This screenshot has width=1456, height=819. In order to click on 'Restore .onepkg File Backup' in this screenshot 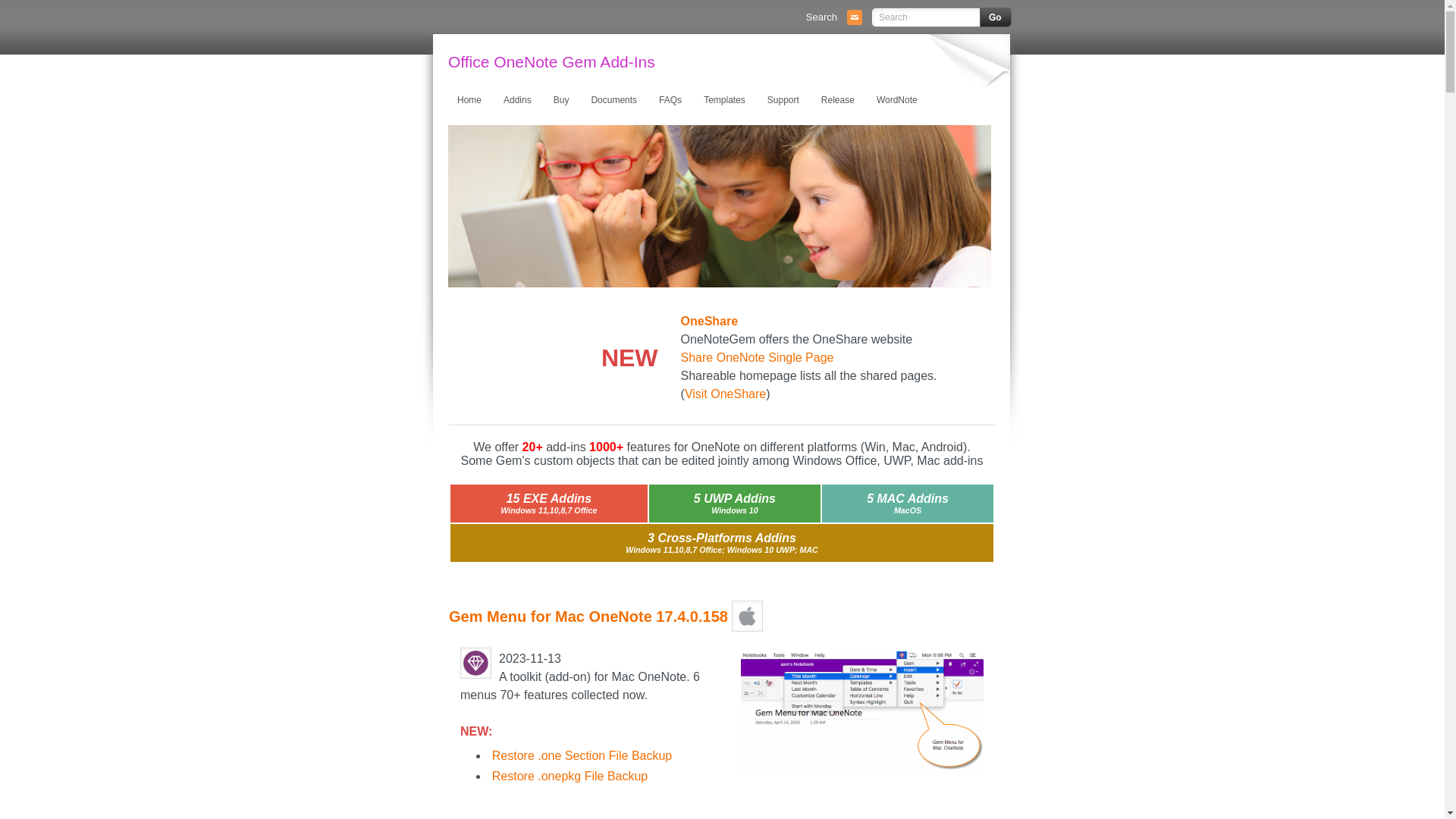, I will do `click(569, 776)`.